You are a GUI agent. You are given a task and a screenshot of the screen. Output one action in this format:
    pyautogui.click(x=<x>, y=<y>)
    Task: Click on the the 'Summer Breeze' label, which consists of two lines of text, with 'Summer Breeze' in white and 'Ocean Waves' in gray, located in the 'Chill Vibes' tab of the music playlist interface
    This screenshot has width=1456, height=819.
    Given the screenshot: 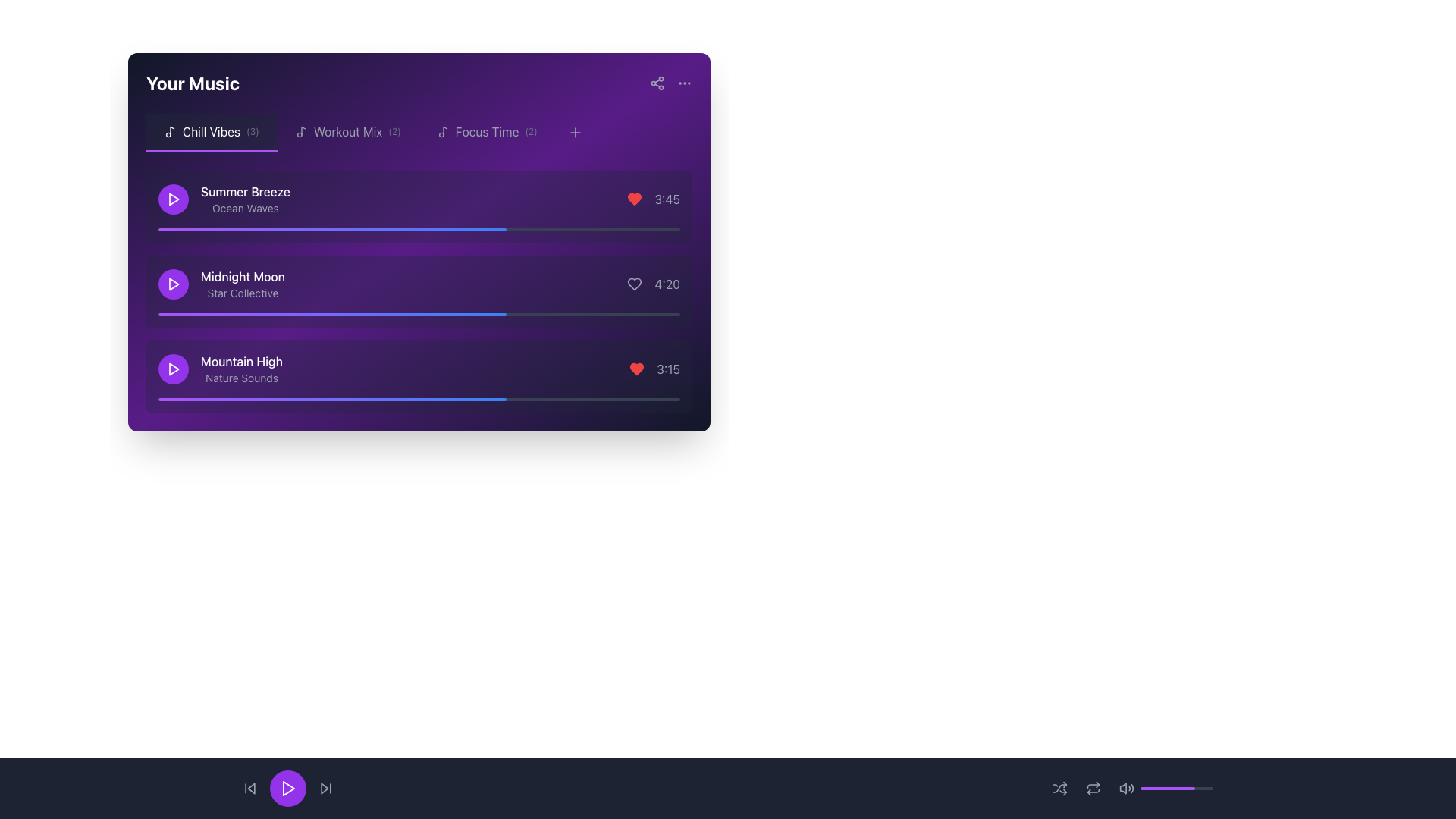 What is the action you would take?
    pyautogui.click(x=223, y=198)
    